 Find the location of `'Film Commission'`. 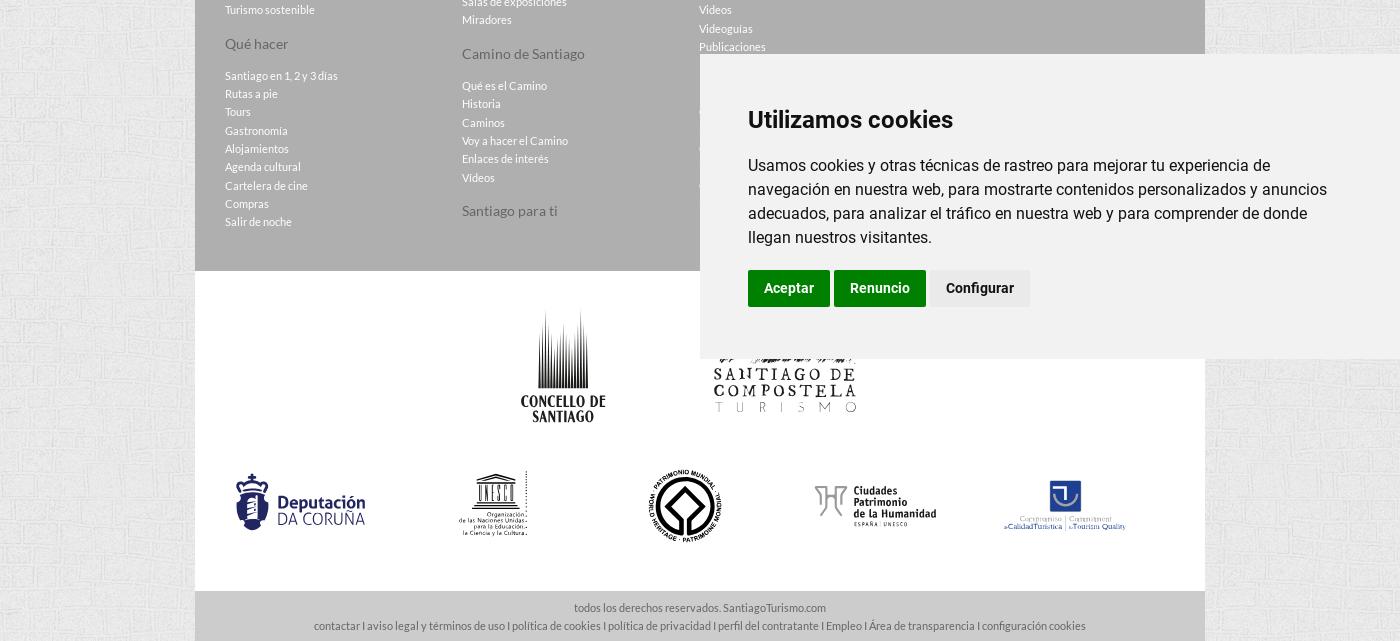

'Film Commission' is located at coordinates (740, 165).